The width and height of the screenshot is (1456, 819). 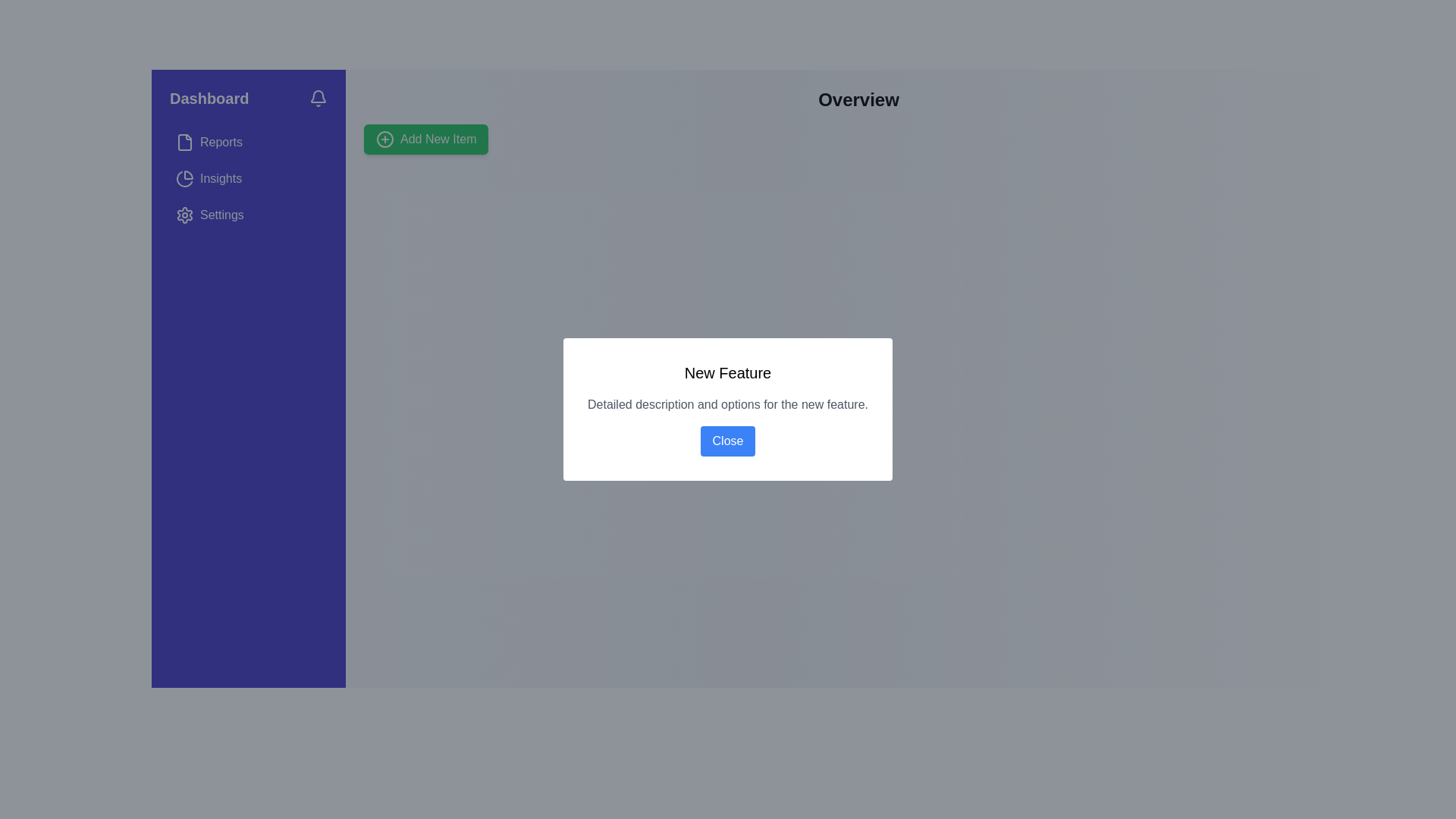 I want to click on the muted gray text label that reads 'Detailed description and options for the new feature.' located in the modal dialog below the title 'New Feature' and above the blue 'Close' button, so click(x=728, y=403).